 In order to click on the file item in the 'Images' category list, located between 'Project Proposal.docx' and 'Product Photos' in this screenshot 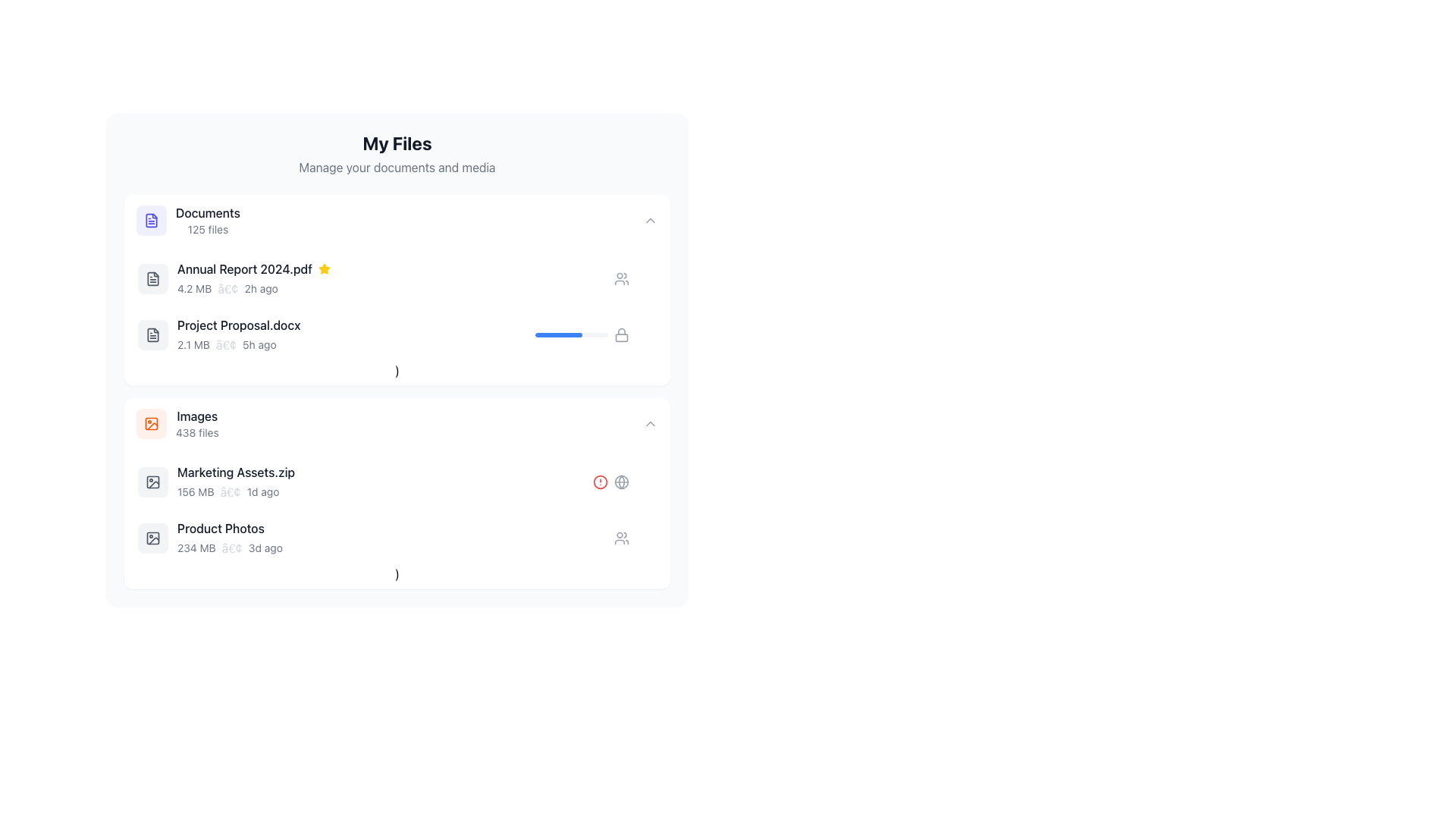, I will do `click(385, 482)`.